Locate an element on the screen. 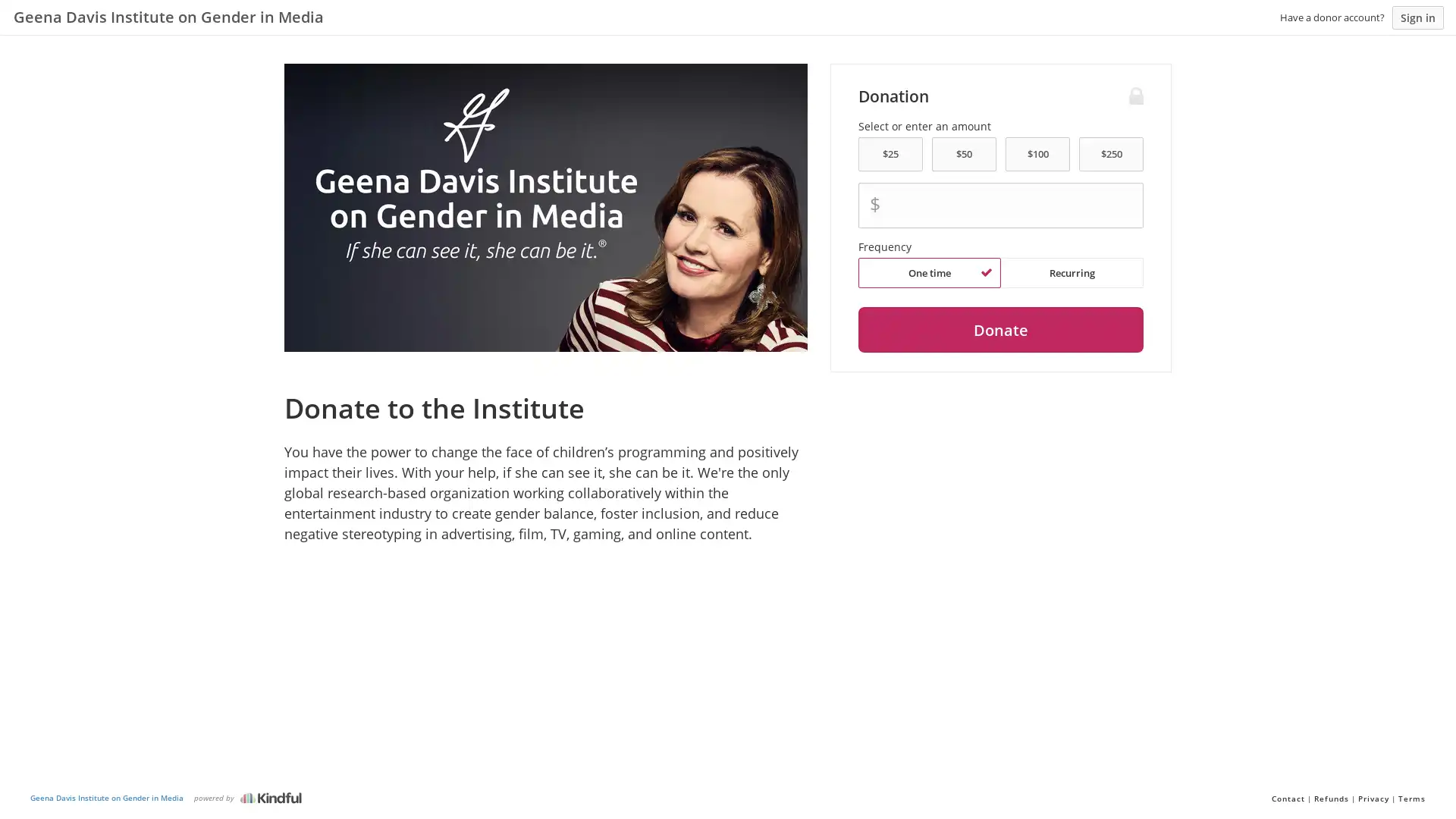  $50 is located at coordinates (963, 154).